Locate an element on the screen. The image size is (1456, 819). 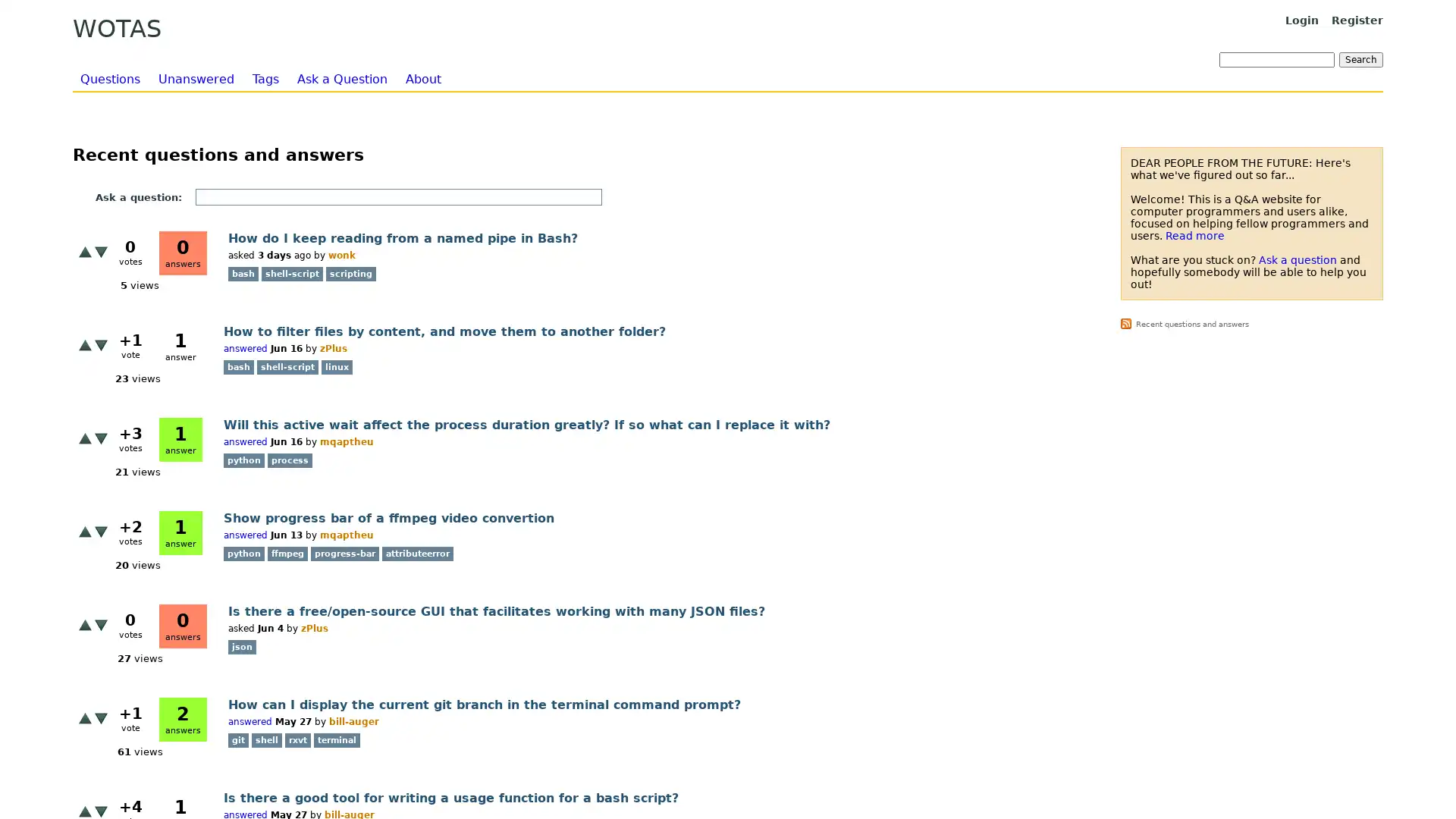
+ is located at coordinates (84, 531).